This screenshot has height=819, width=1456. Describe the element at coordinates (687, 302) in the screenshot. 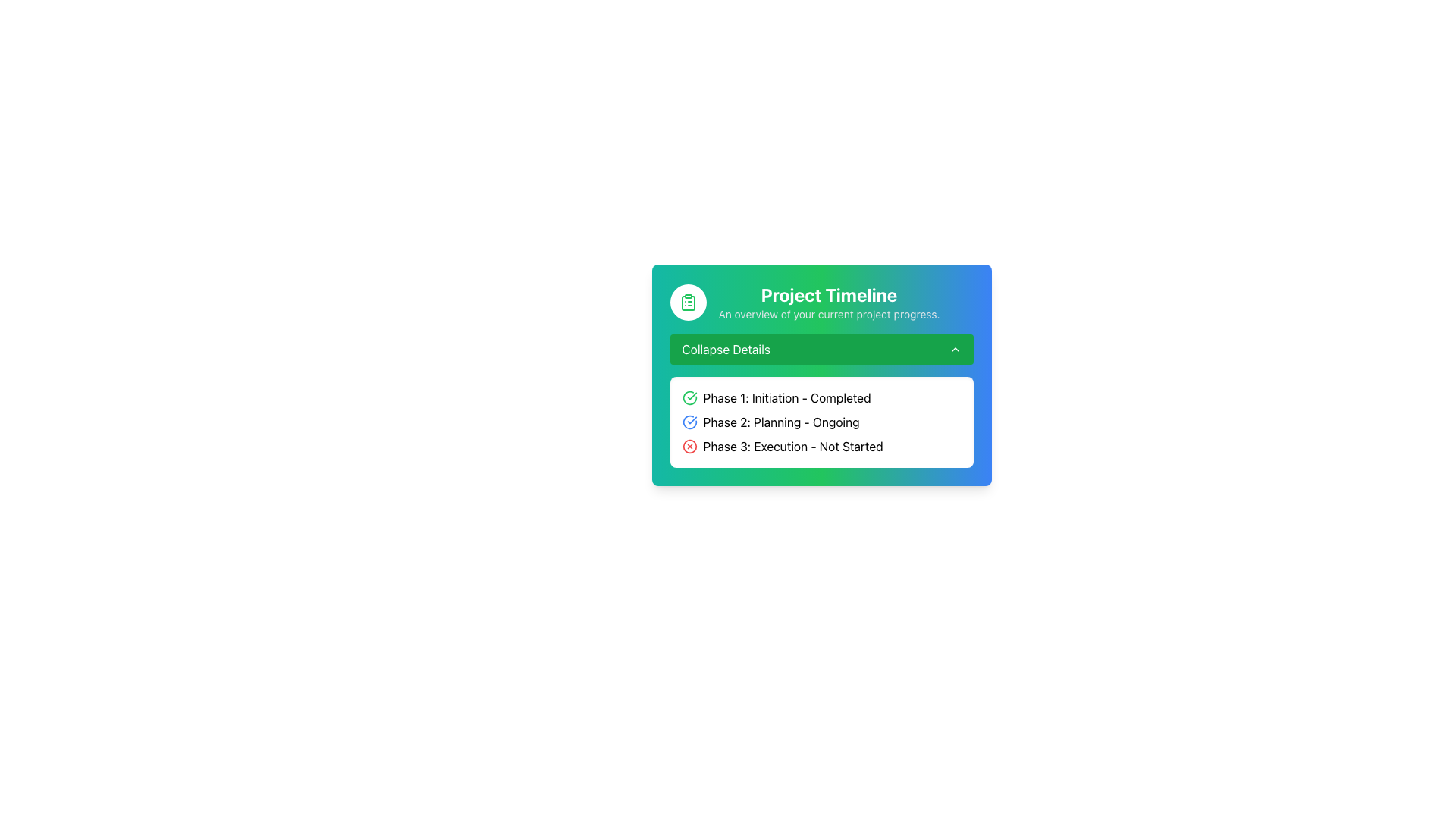

I see `the project timeline icon located to the left of the header text 'Project Timeline' within the green banner at the top of the project information card` at that location.